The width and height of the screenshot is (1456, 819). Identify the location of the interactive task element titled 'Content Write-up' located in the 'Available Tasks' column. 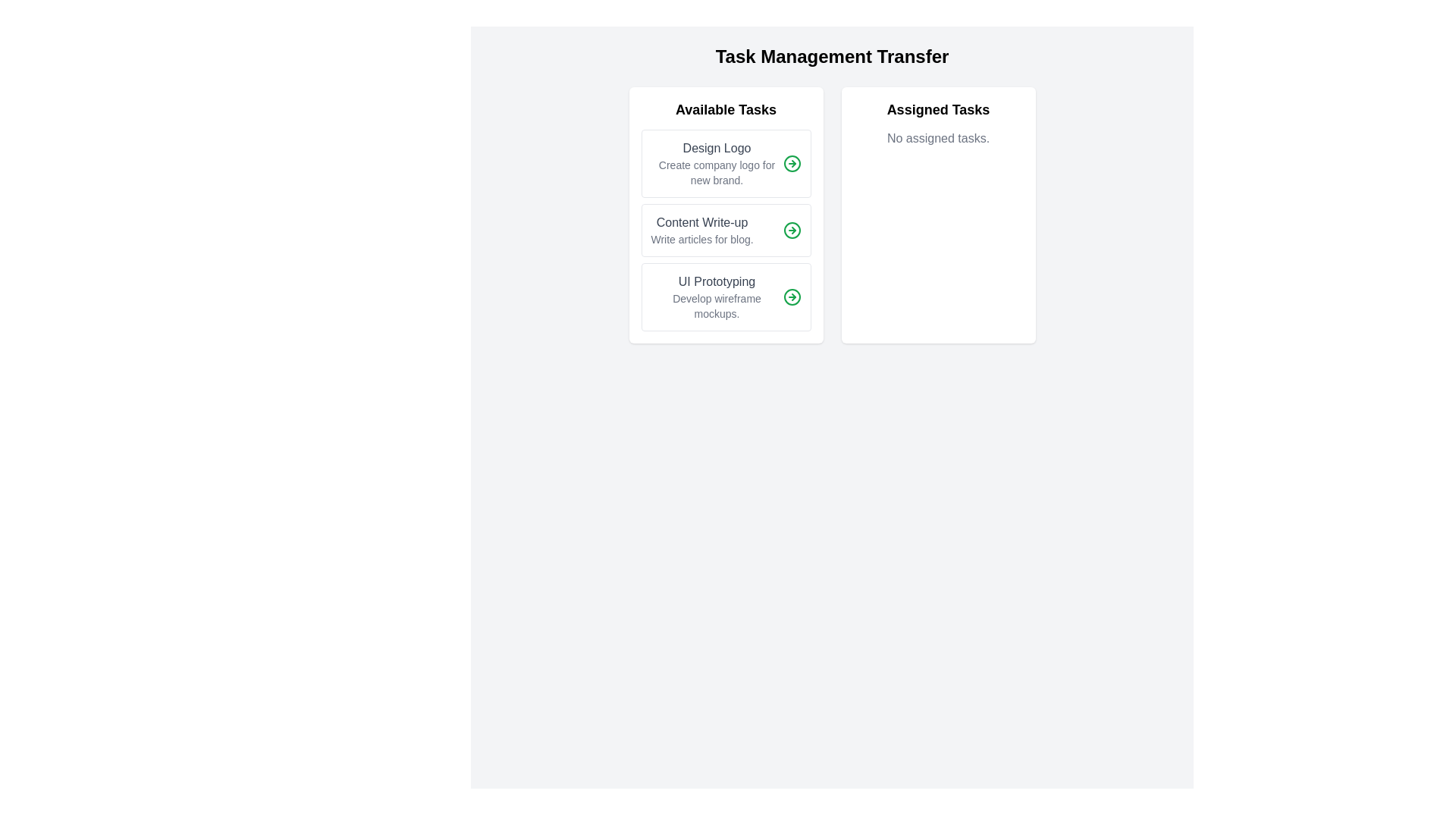
(725, 231).